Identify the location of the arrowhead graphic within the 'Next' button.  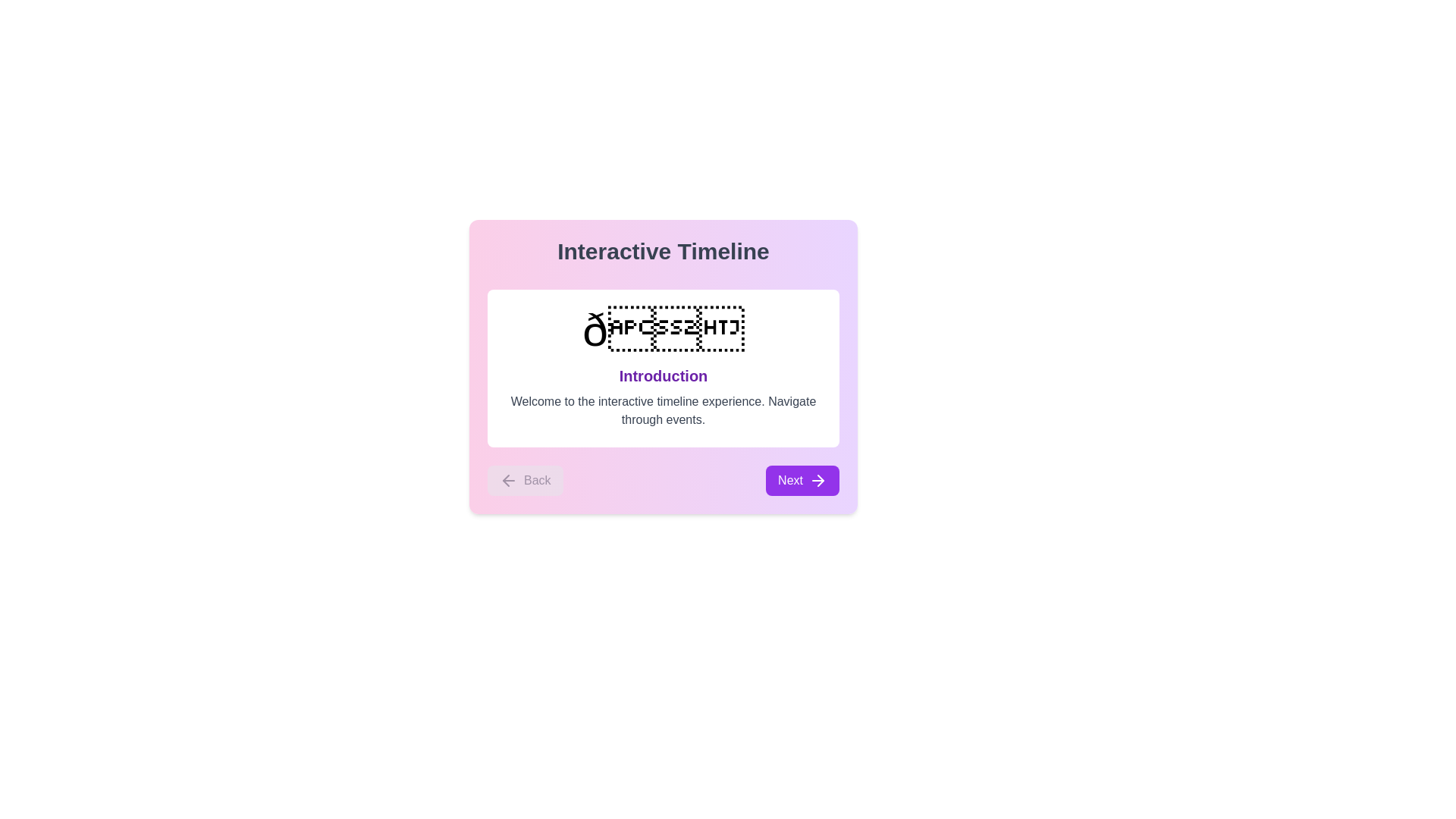
(820, 480).